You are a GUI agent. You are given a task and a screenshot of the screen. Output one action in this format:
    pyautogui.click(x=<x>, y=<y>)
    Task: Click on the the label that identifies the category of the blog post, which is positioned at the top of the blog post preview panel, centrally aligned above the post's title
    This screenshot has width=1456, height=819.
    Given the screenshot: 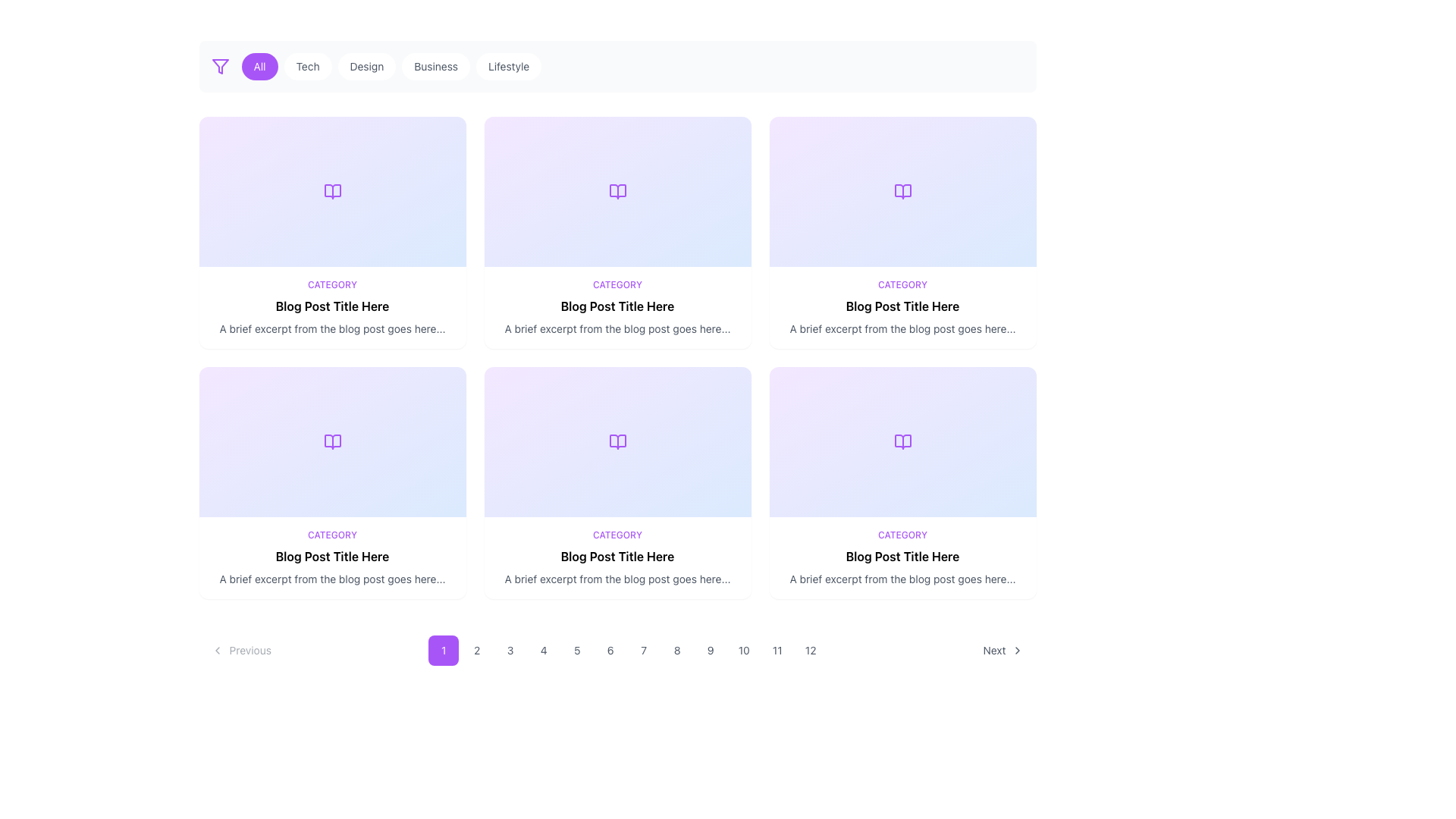 What is the action you would take?
    pyautogui.click(x=331, y=534)
    